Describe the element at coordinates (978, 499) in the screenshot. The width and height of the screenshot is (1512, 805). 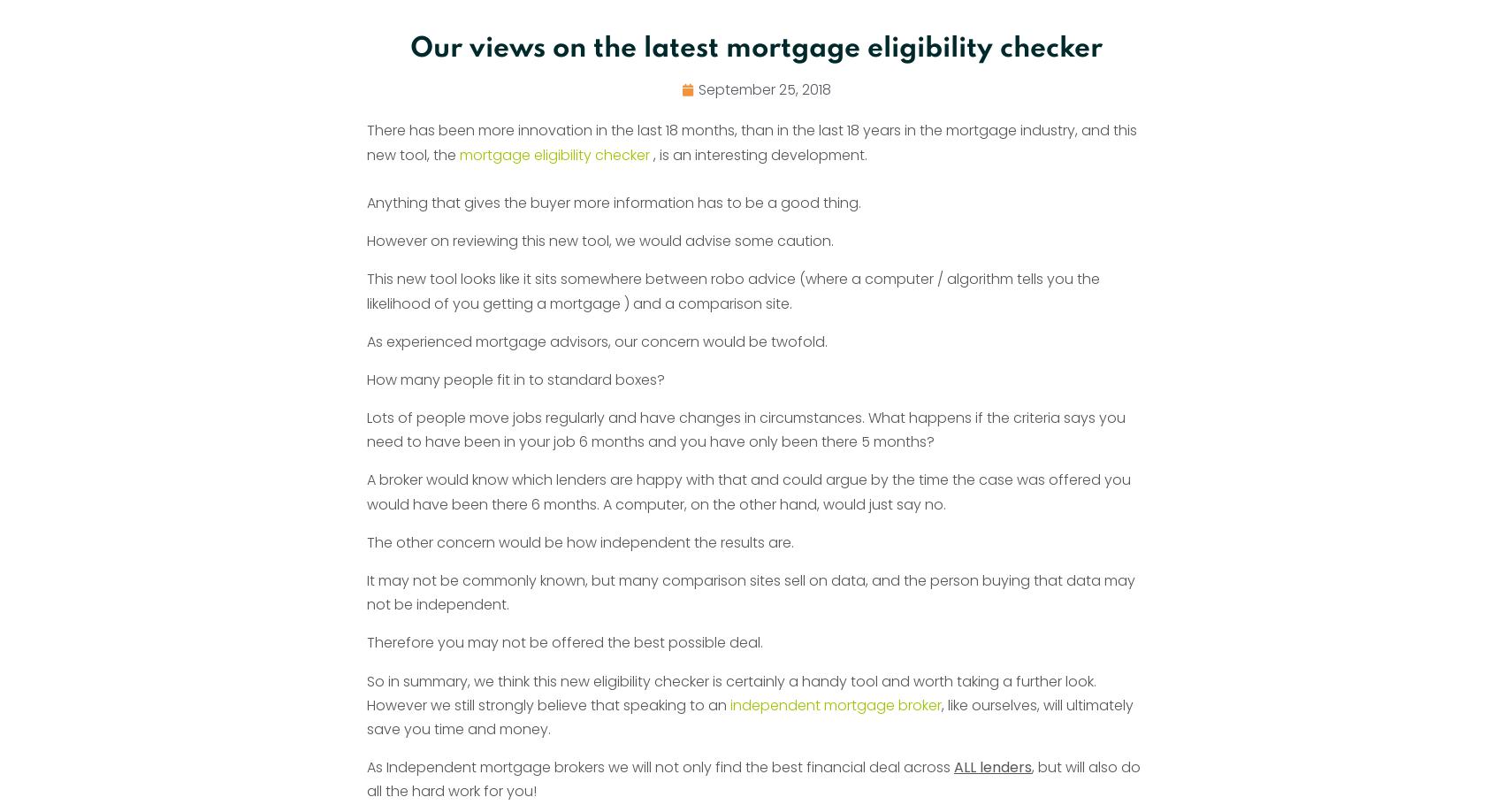
I see `'01223 266140'` at that location.